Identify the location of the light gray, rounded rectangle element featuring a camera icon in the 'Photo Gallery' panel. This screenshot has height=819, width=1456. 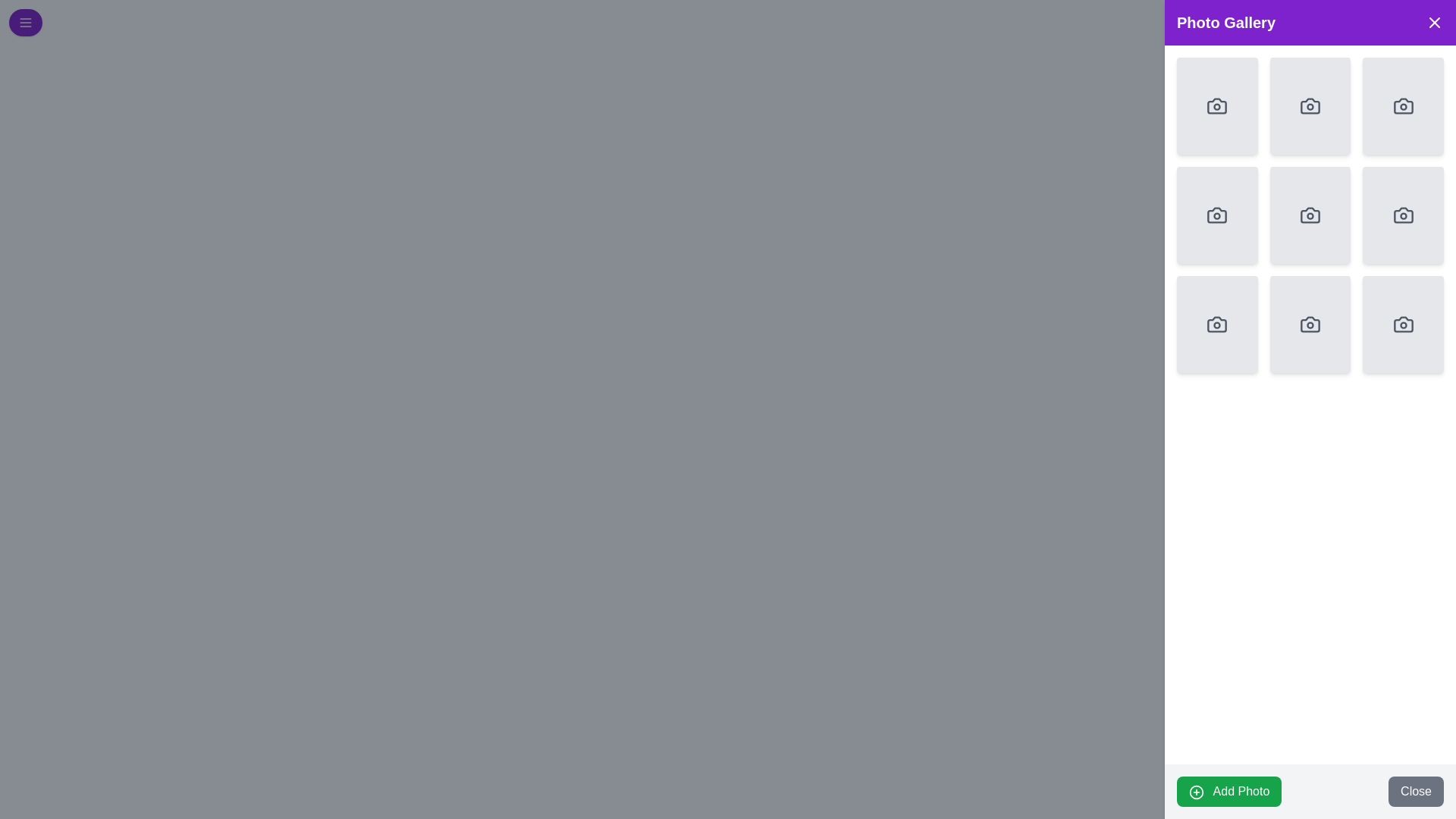
(1402, 105).